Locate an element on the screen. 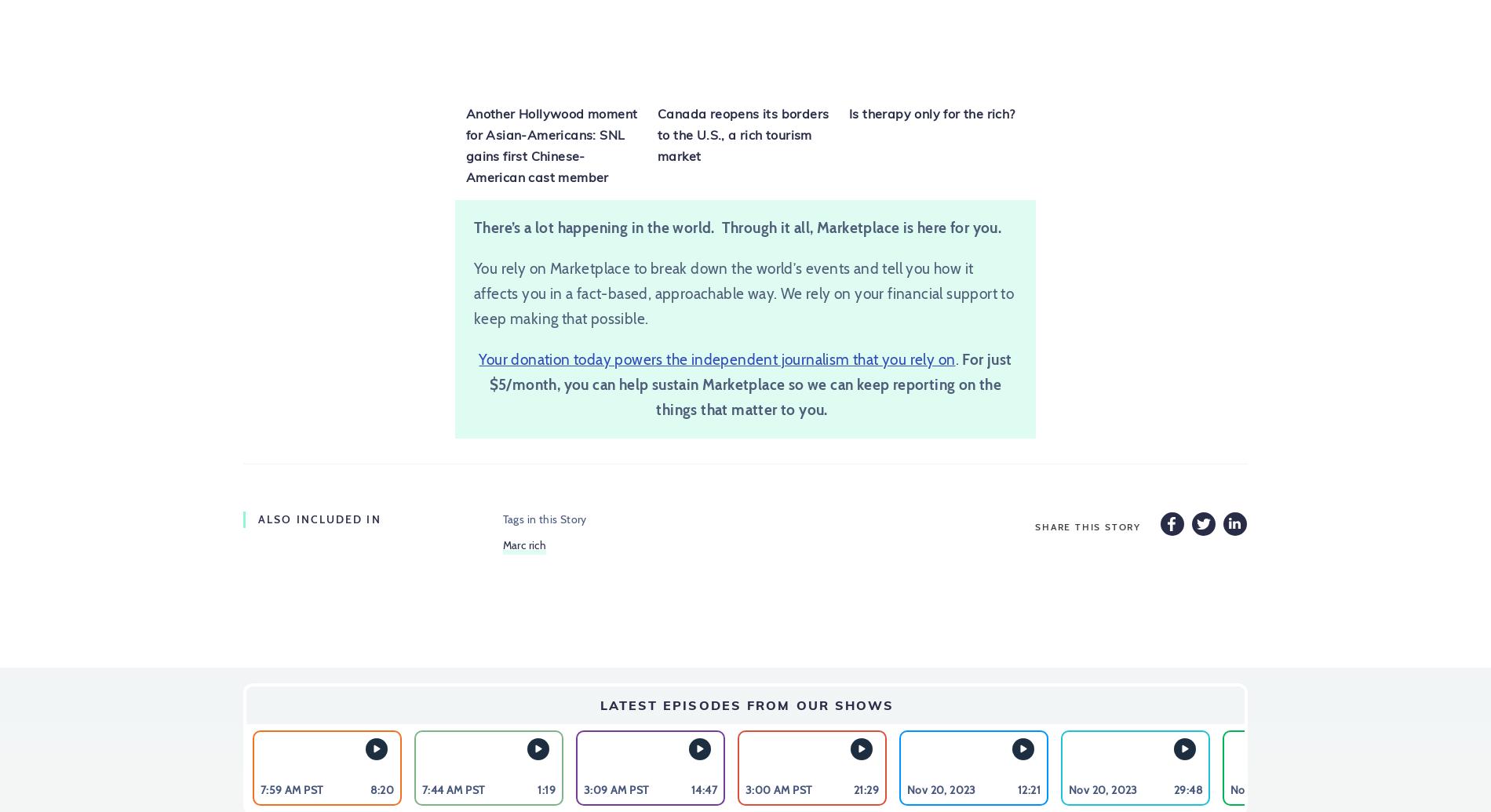  '14:47' is located at coordinates (691, 788).